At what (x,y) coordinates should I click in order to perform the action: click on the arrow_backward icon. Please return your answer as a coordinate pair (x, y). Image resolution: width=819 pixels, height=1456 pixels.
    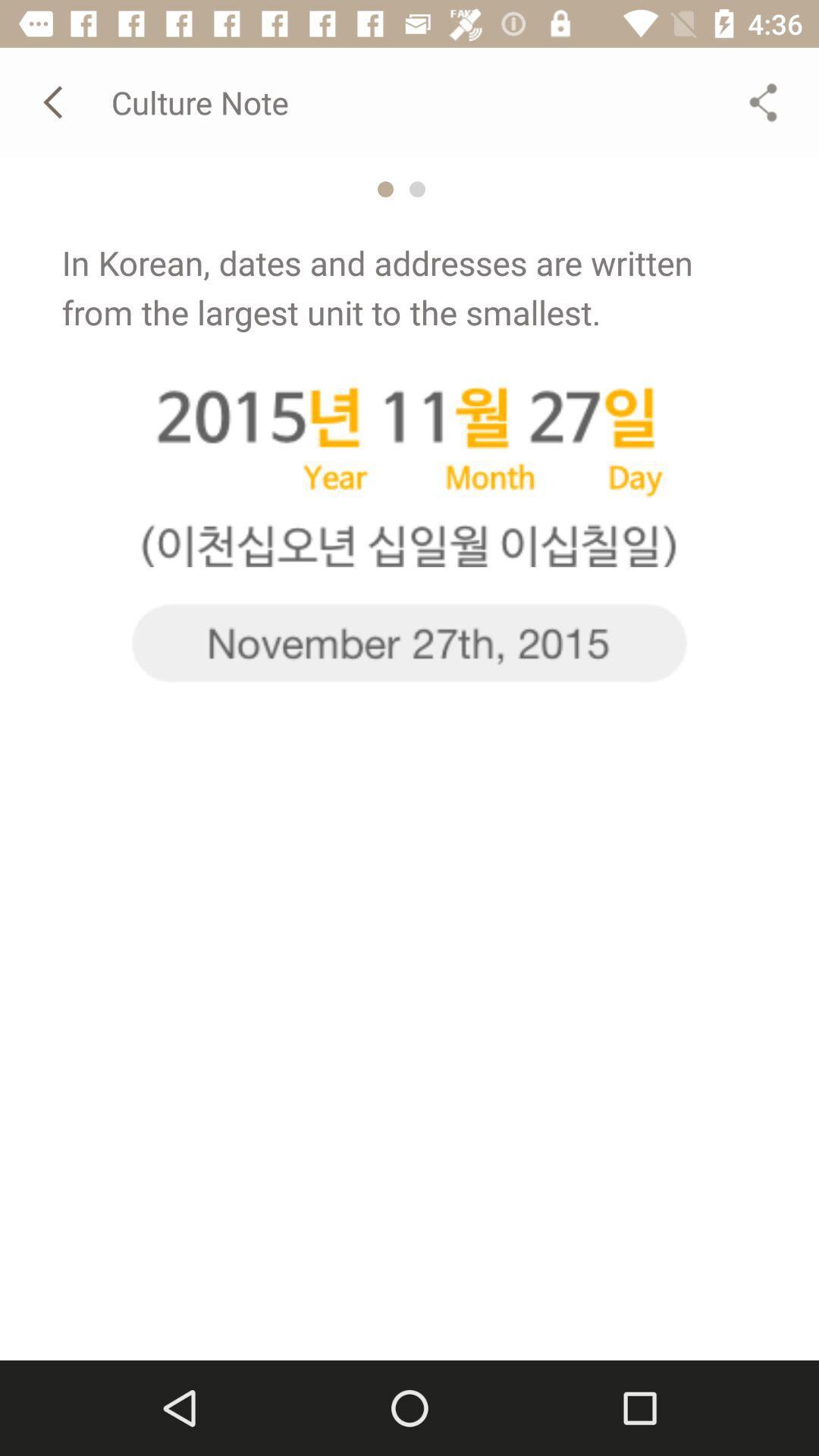
    Looking at the image, I should click on (55, 101).